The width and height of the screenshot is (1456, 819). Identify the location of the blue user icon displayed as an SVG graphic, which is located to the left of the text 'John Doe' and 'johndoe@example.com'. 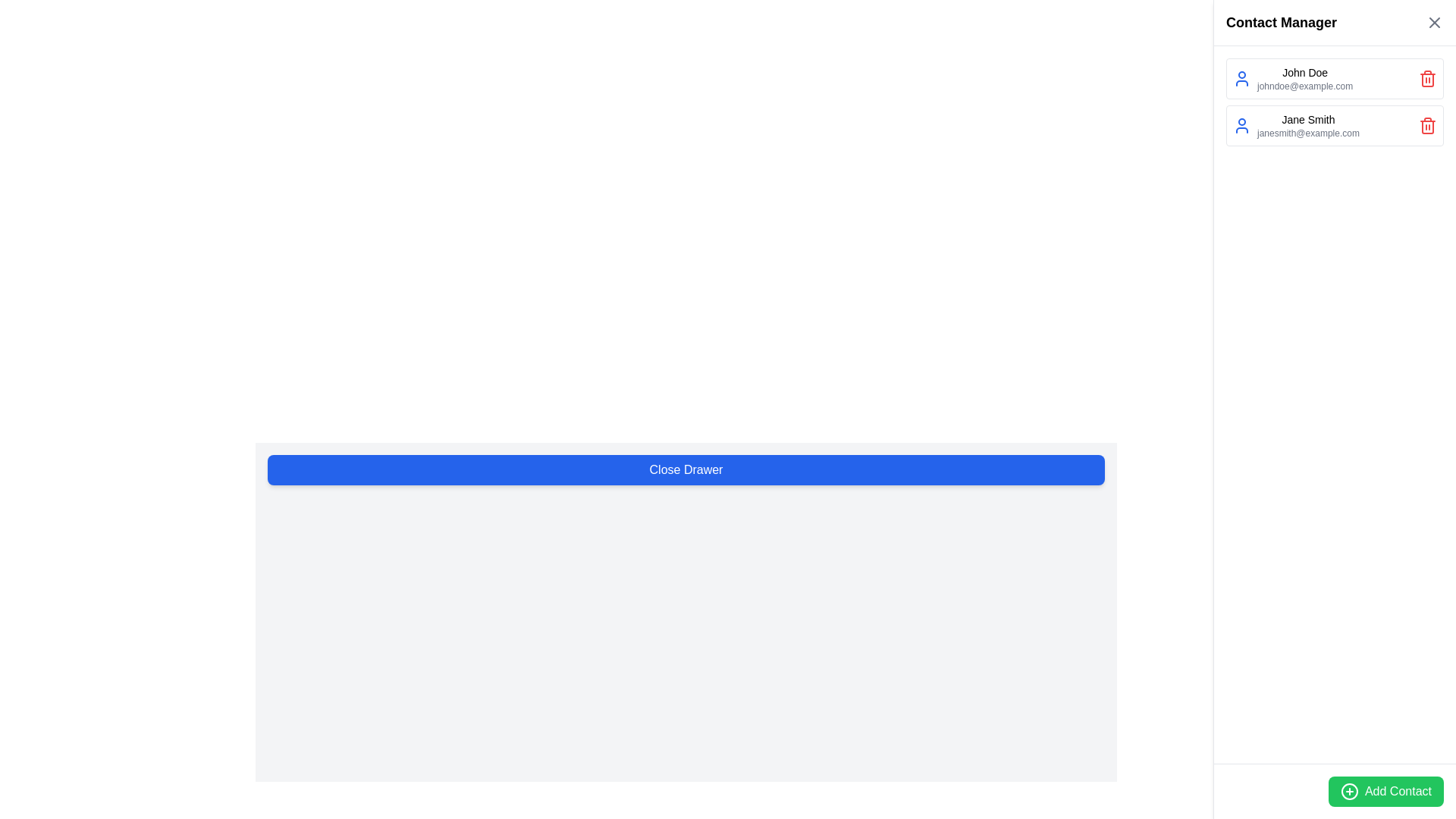
(1241, 79).